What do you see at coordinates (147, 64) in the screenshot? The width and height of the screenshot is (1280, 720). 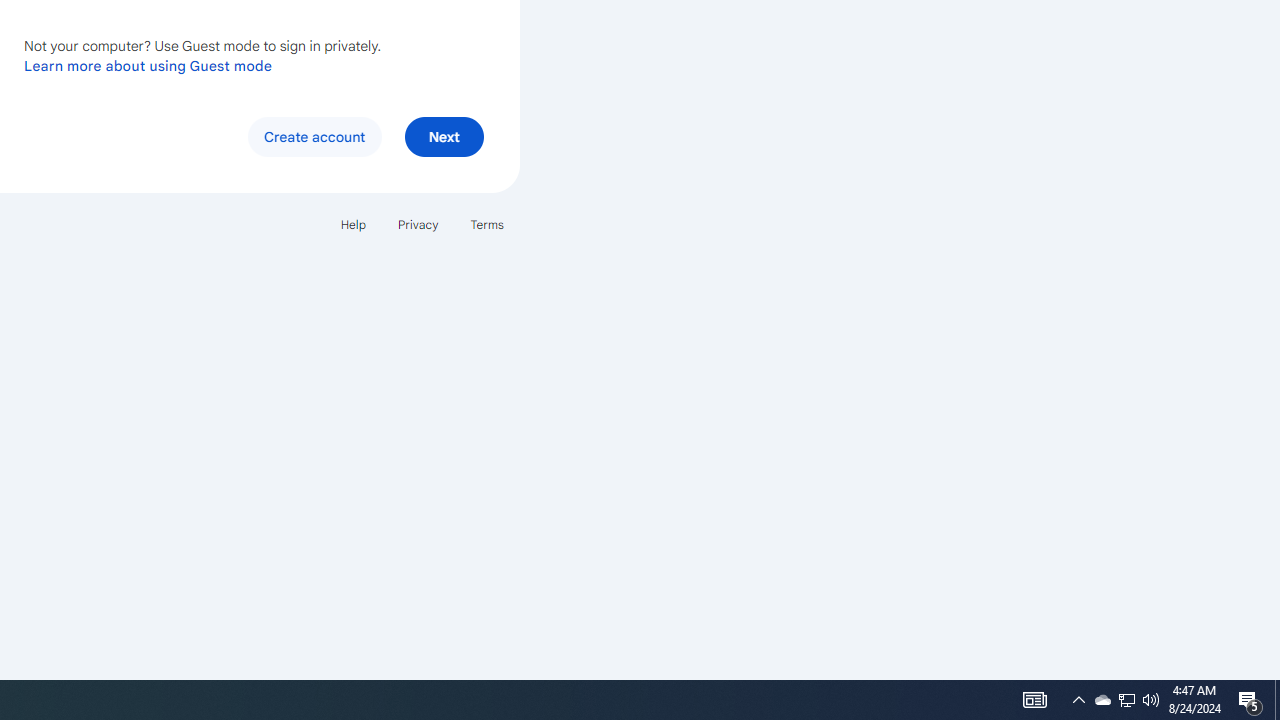 I see `'Learn more about using Guest mode'` at bounding box center [147, 64].